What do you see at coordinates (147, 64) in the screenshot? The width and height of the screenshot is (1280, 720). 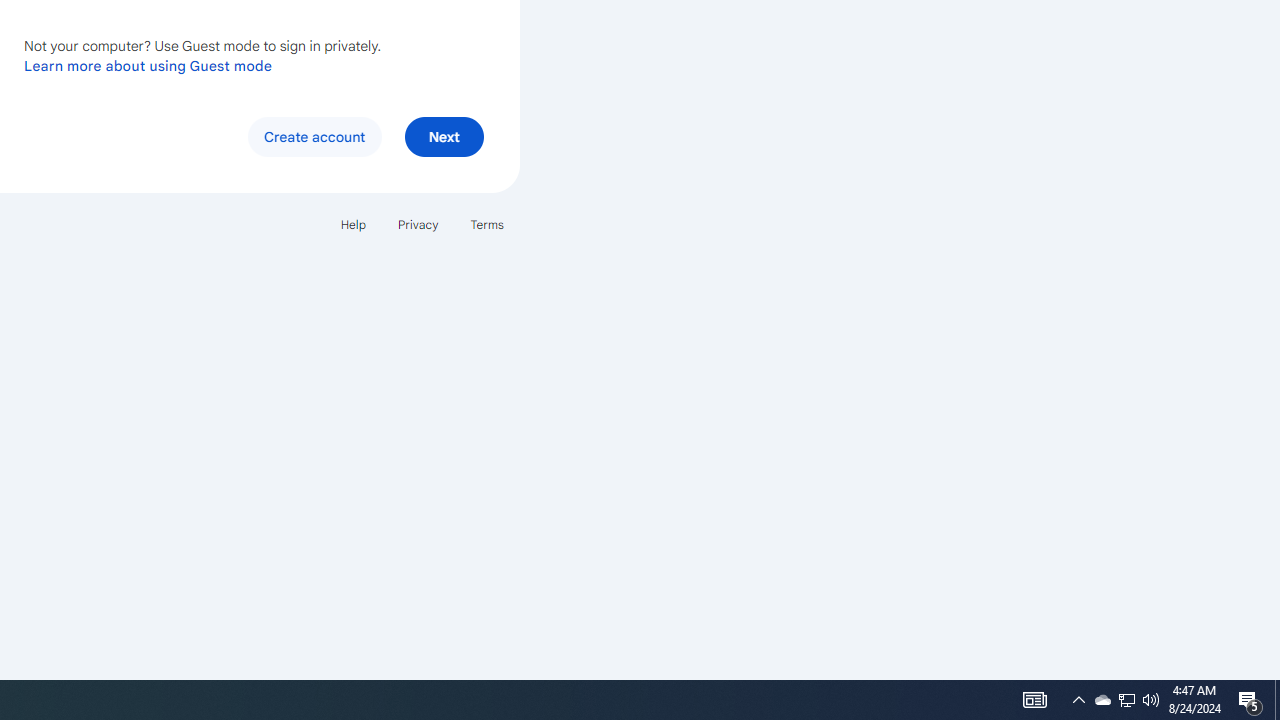 I see `'Learn more about using Guest mode'` at bounding box center [147, 64].